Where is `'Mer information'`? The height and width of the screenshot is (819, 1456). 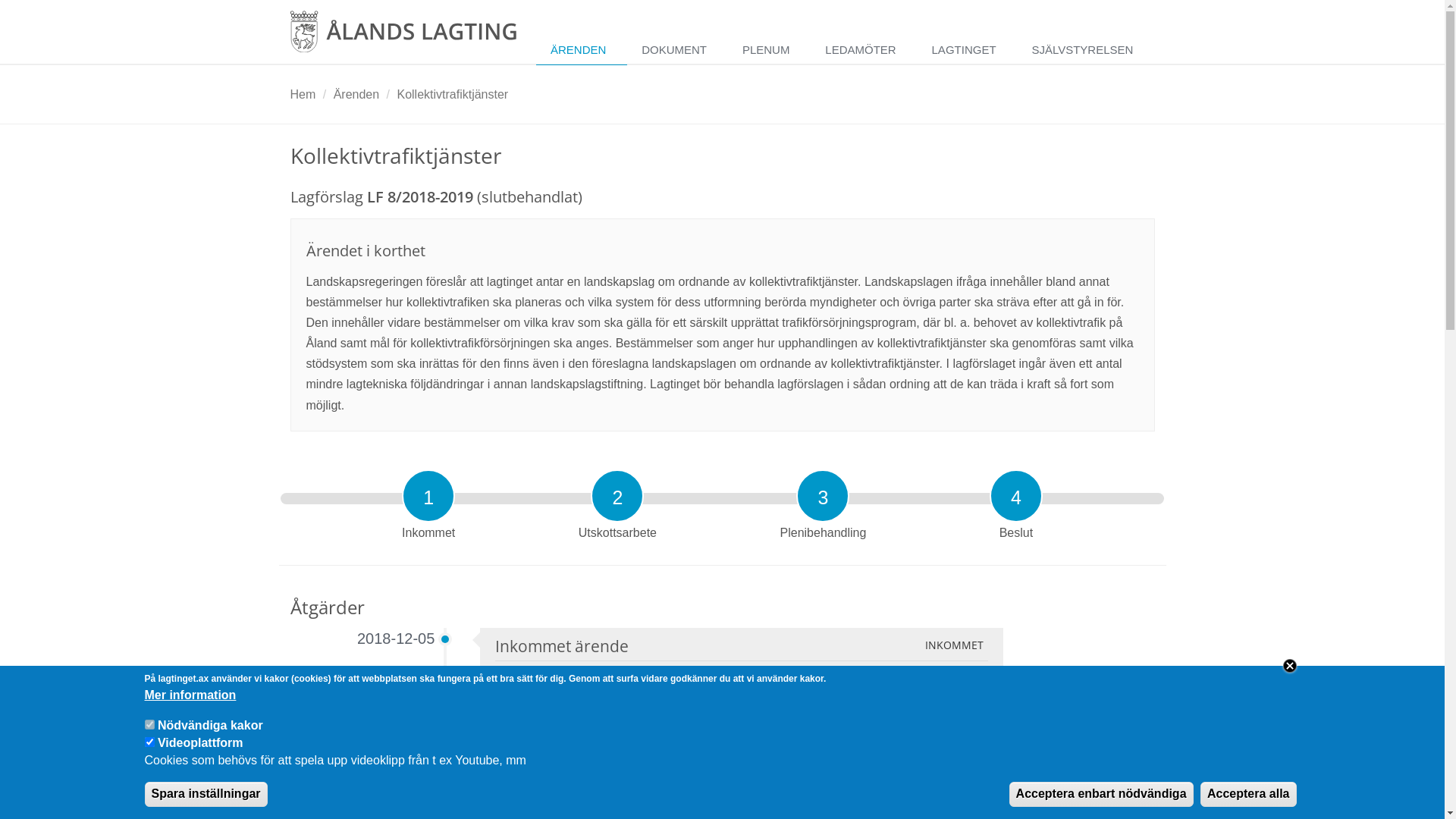
'Mer information' is located at coordinates (189, 695).